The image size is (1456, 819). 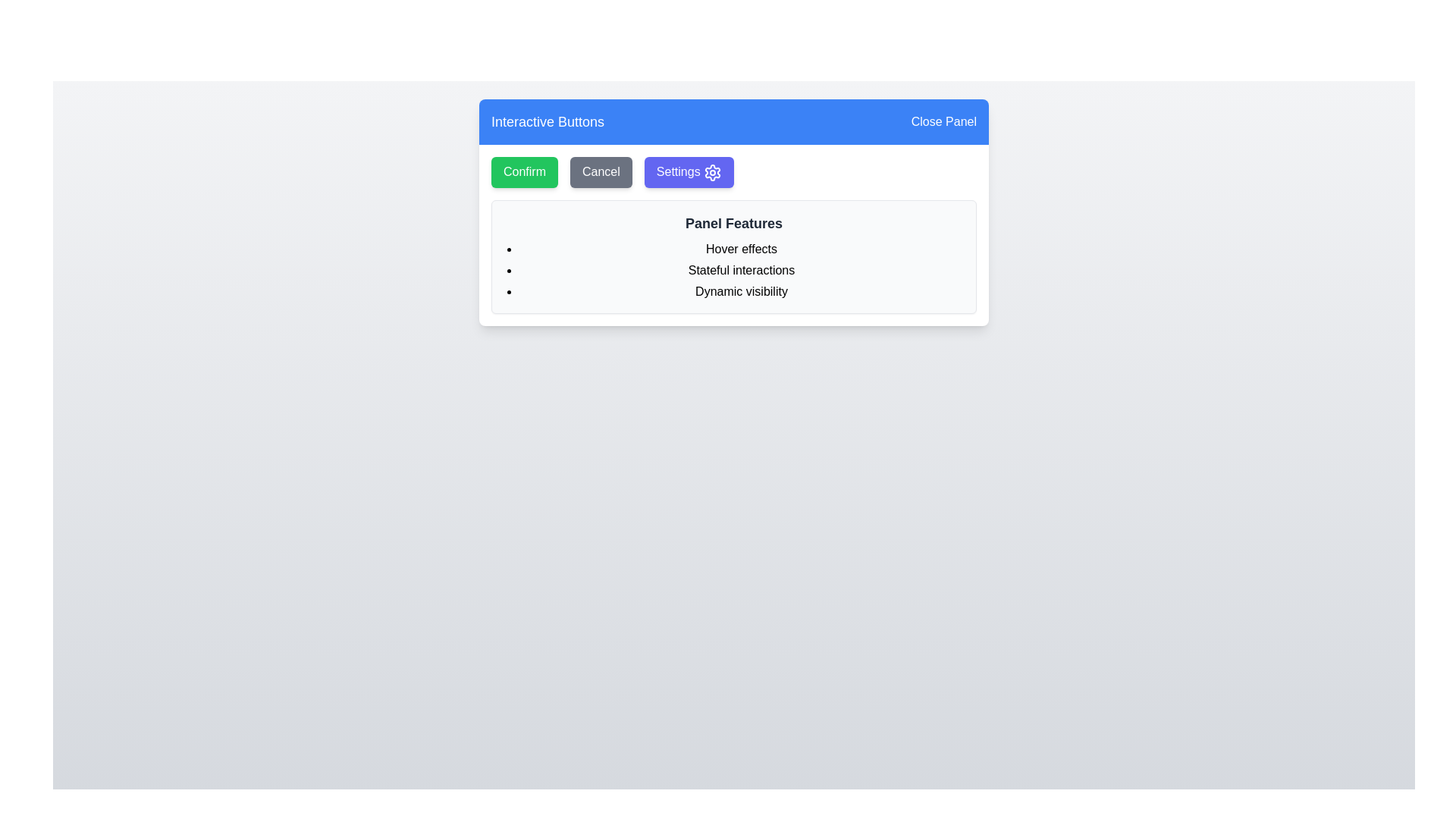 What do you see at coordinates (943, 121) in the screenshot?
I see `the close button located in the top-right corner of the 'Interactive Buttons' panel` at bounding box center [943, 121].